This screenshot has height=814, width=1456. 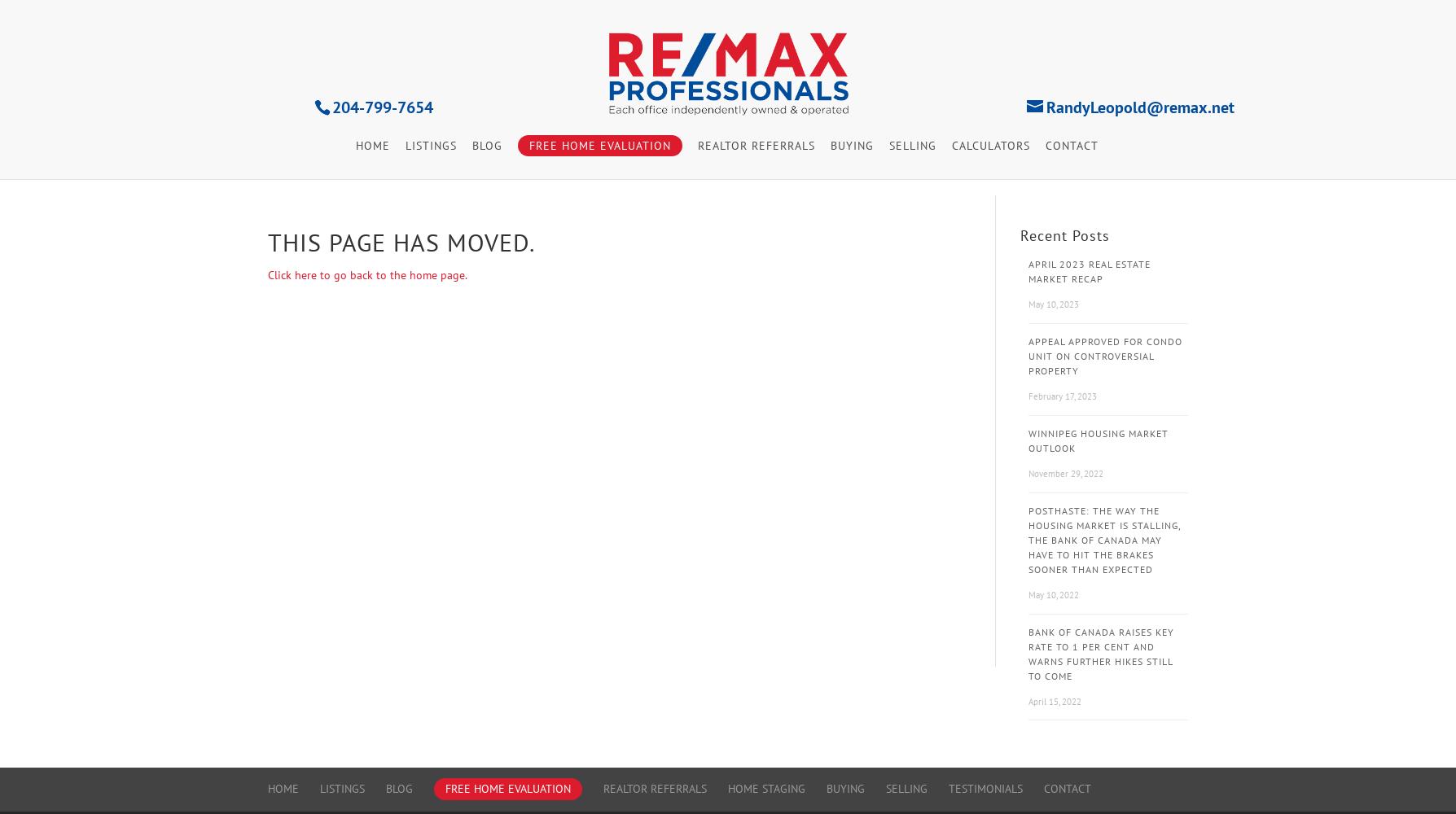 I want to click on 'Home Staging', so click(x=766, y=788).